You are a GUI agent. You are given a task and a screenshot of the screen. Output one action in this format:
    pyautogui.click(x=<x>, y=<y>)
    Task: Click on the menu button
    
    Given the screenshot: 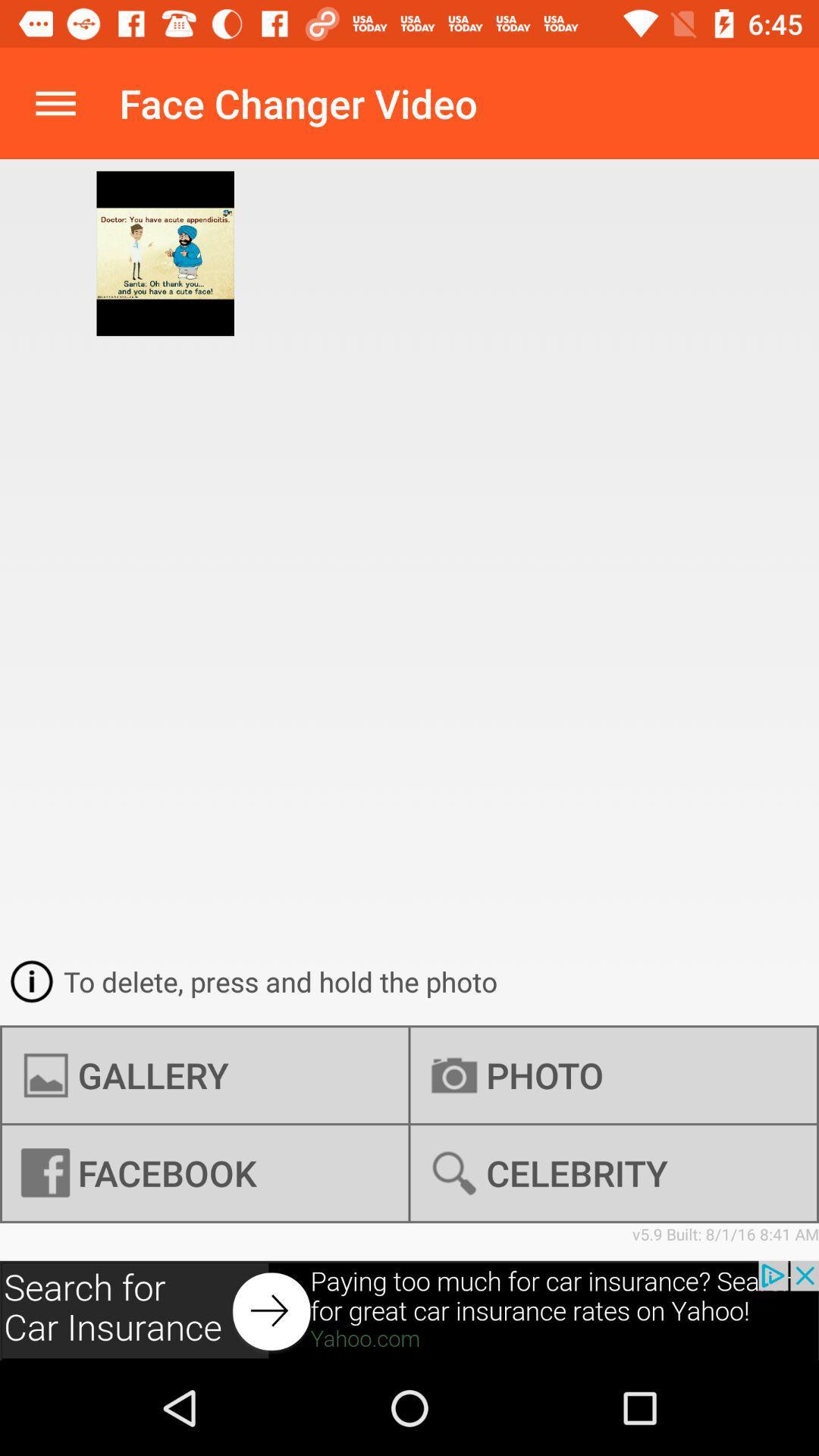 What is the action you would take?
    pyautogui.click(x=55, y=102)
    